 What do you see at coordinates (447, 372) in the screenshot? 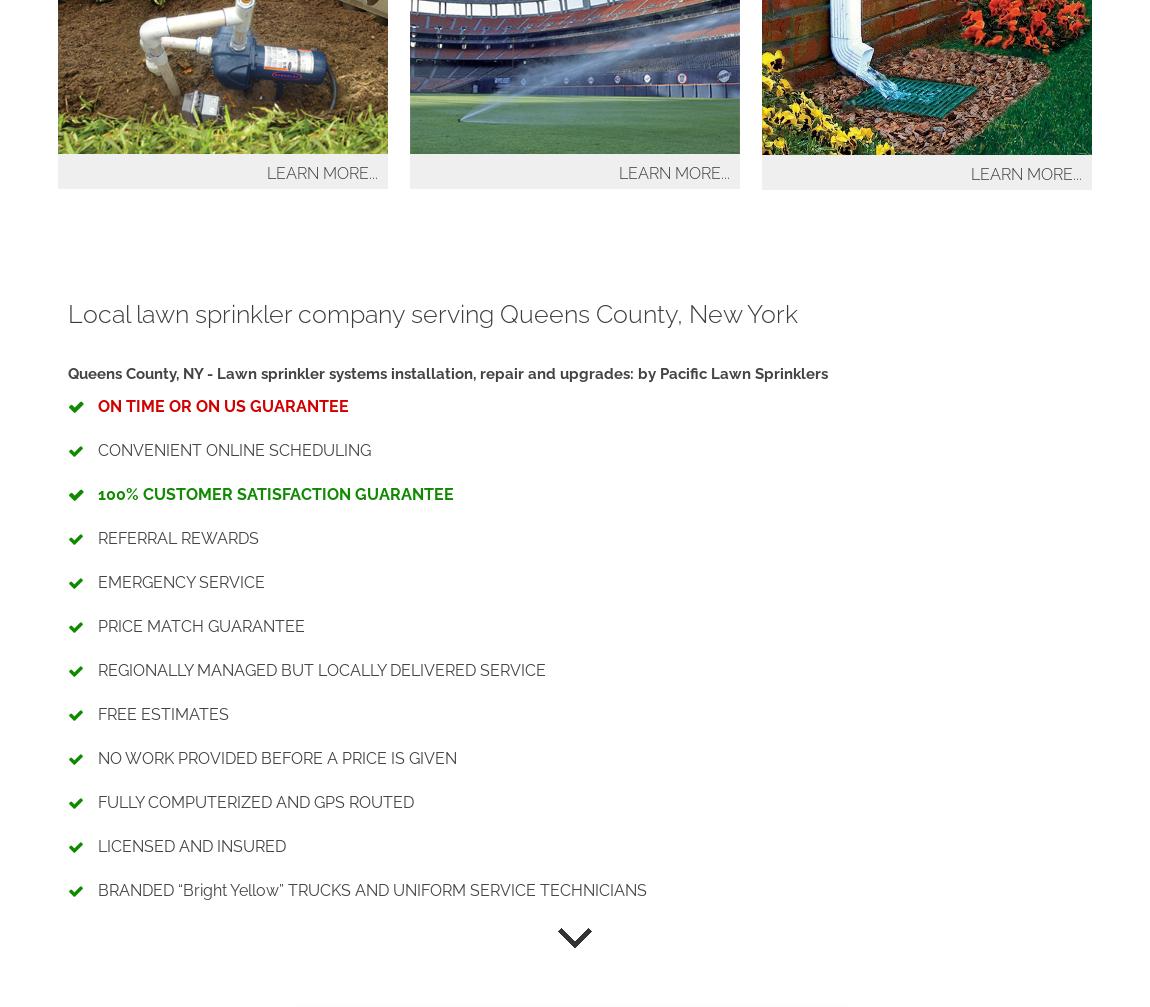
I see `'Queens County, NY - Lawn sprinkler systems installation, repair and upgrades: by Pacific Lawn Sprinklers'` at bounding box center [447, 372].